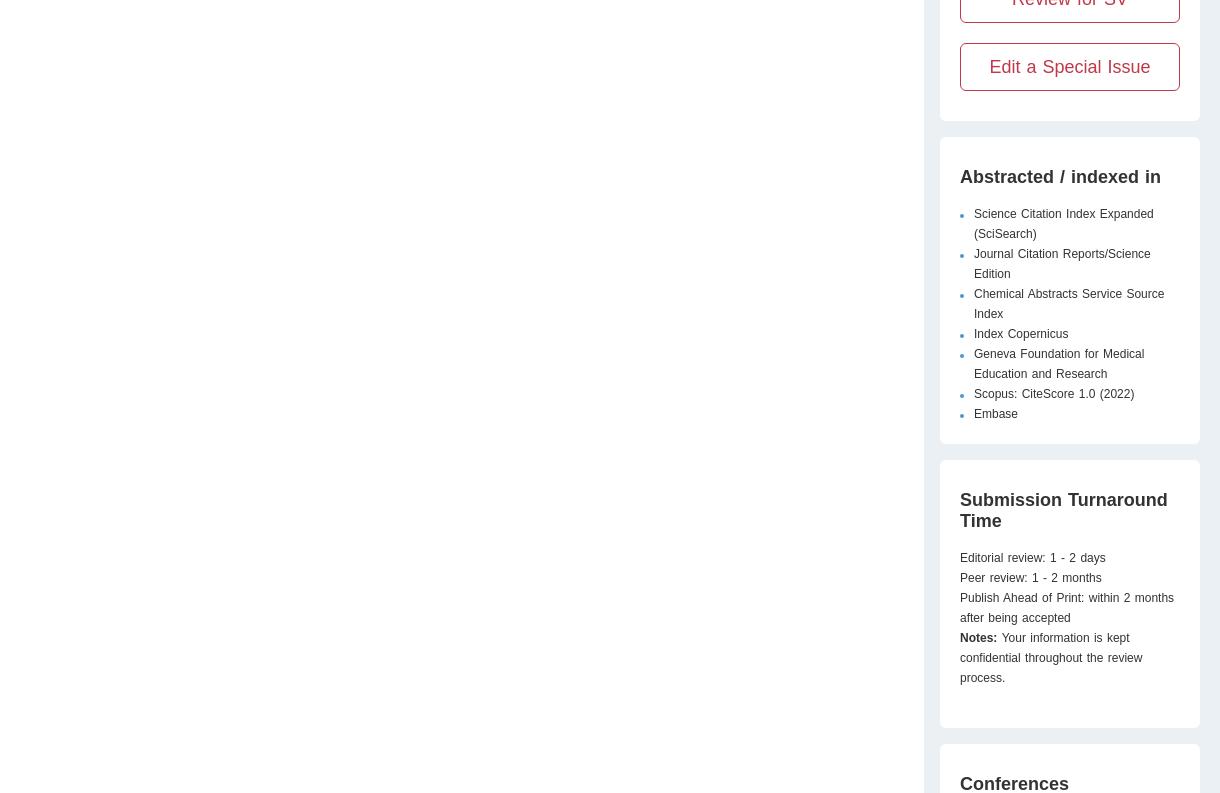 The height and width of the screenshot is (793, 1220). Describe the element at coordinates (973, 334) in the screenshot. I see `'Index Copernicus'` at that location.